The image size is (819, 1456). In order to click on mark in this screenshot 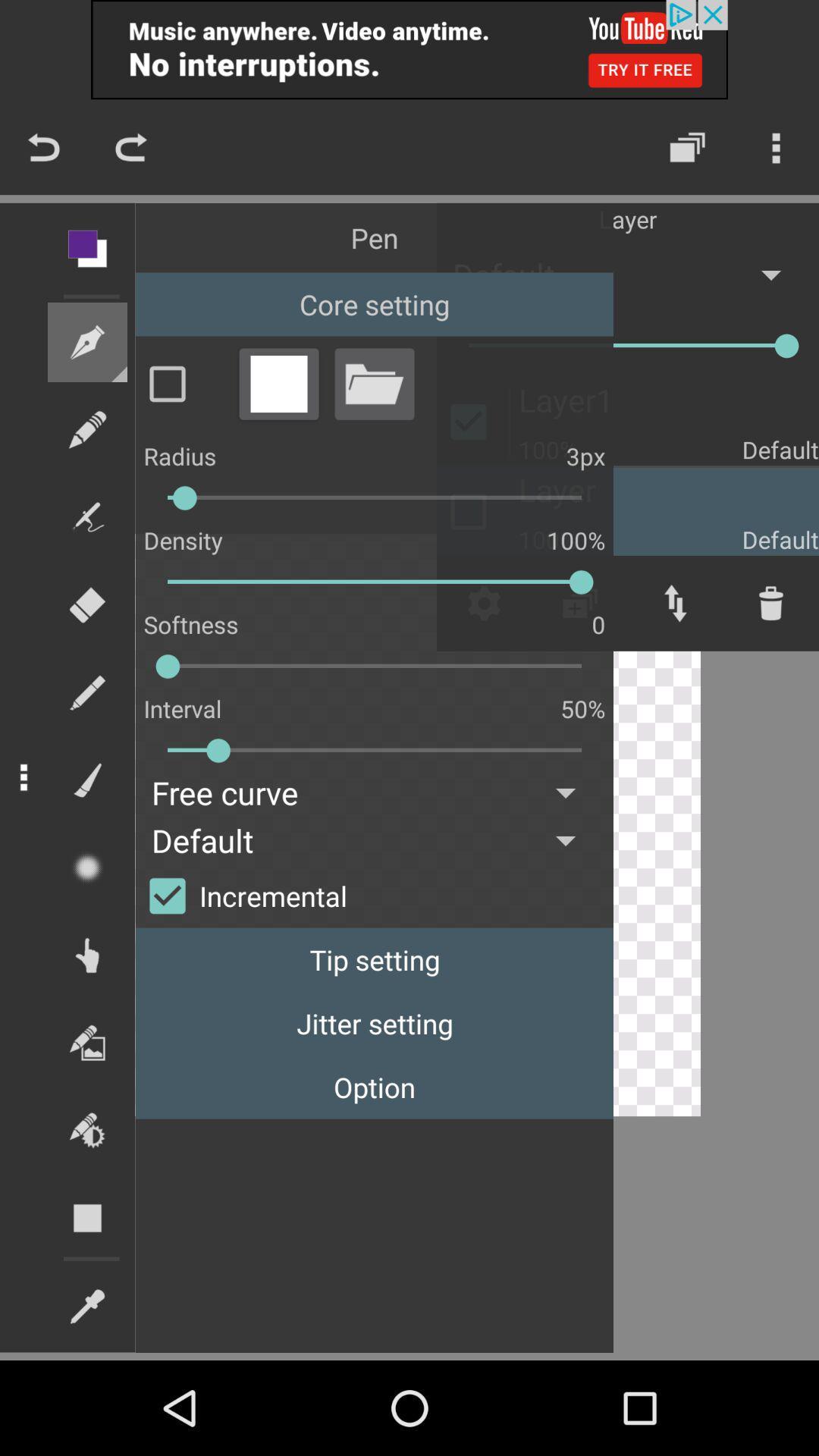, I will do `click(182, 384)`.